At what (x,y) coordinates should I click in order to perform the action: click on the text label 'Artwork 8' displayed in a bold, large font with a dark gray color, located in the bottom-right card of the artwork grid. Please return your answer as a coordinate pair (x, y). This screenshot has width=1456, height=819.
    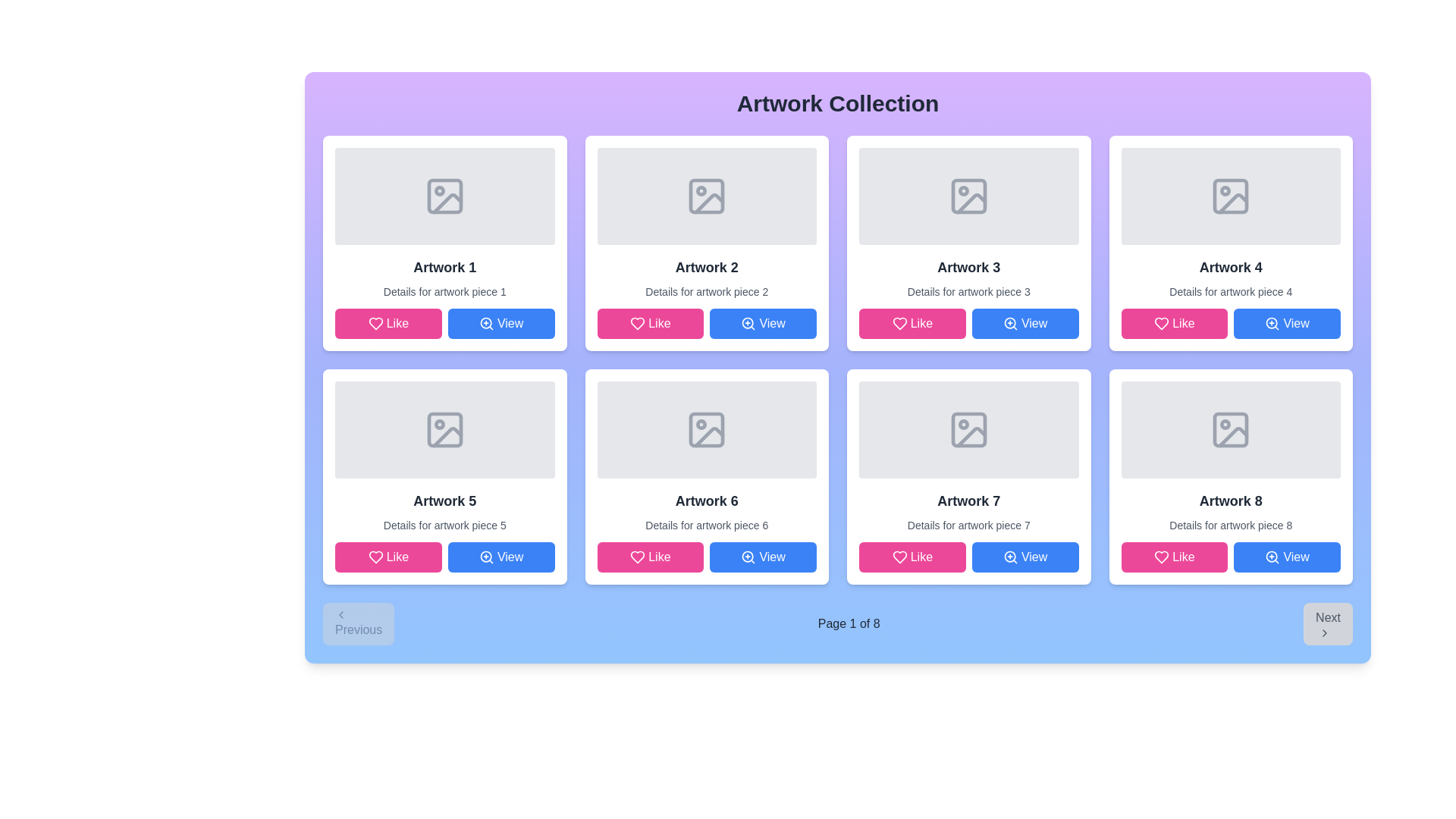
    Looking at the image, I should click on (1231, 500).